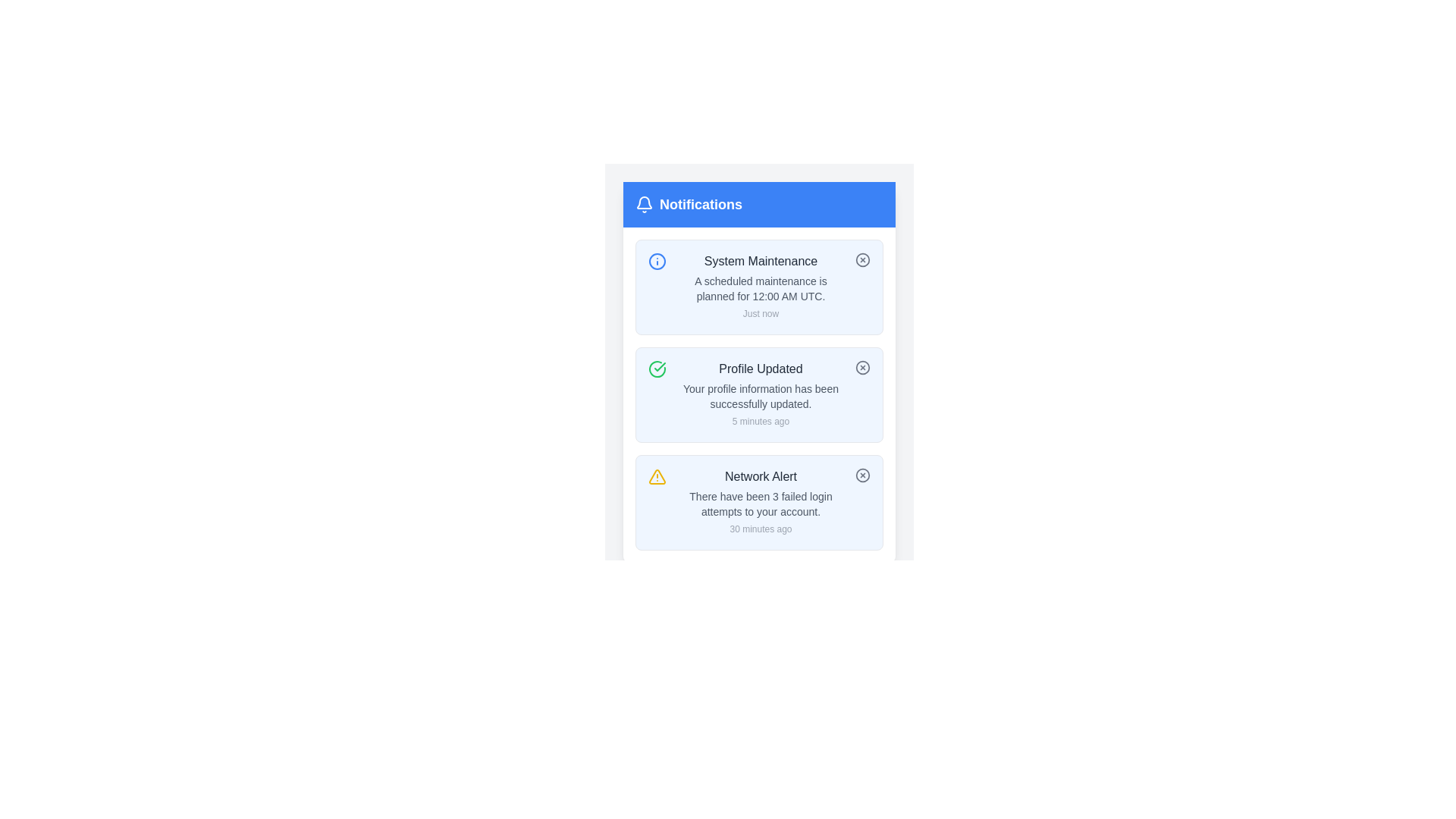 This screenshot has width=1456, height=819. I want to click on the header title text label that indicates notifications, located next to the bell icon, so click(700, 205).